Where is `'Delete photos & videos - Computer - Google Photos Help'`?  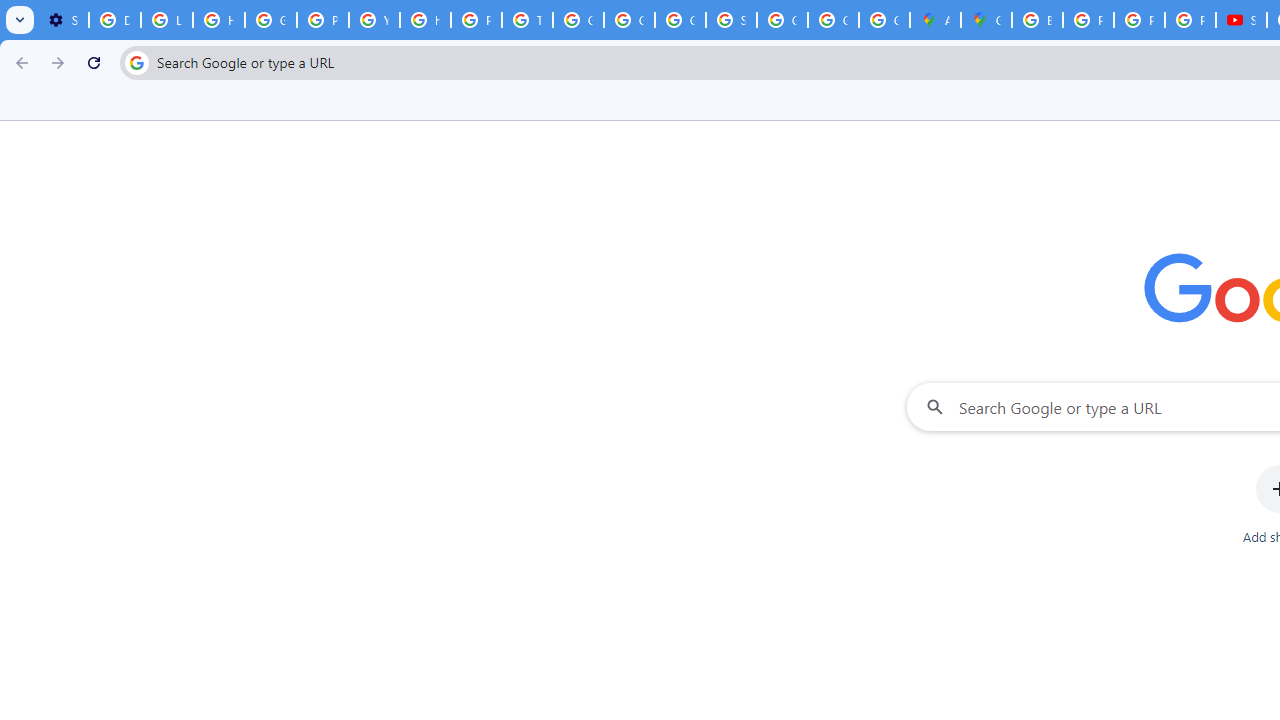
'Delete photos & videos - Computer - Google Photos Help' is located at coordinates (113, 20).